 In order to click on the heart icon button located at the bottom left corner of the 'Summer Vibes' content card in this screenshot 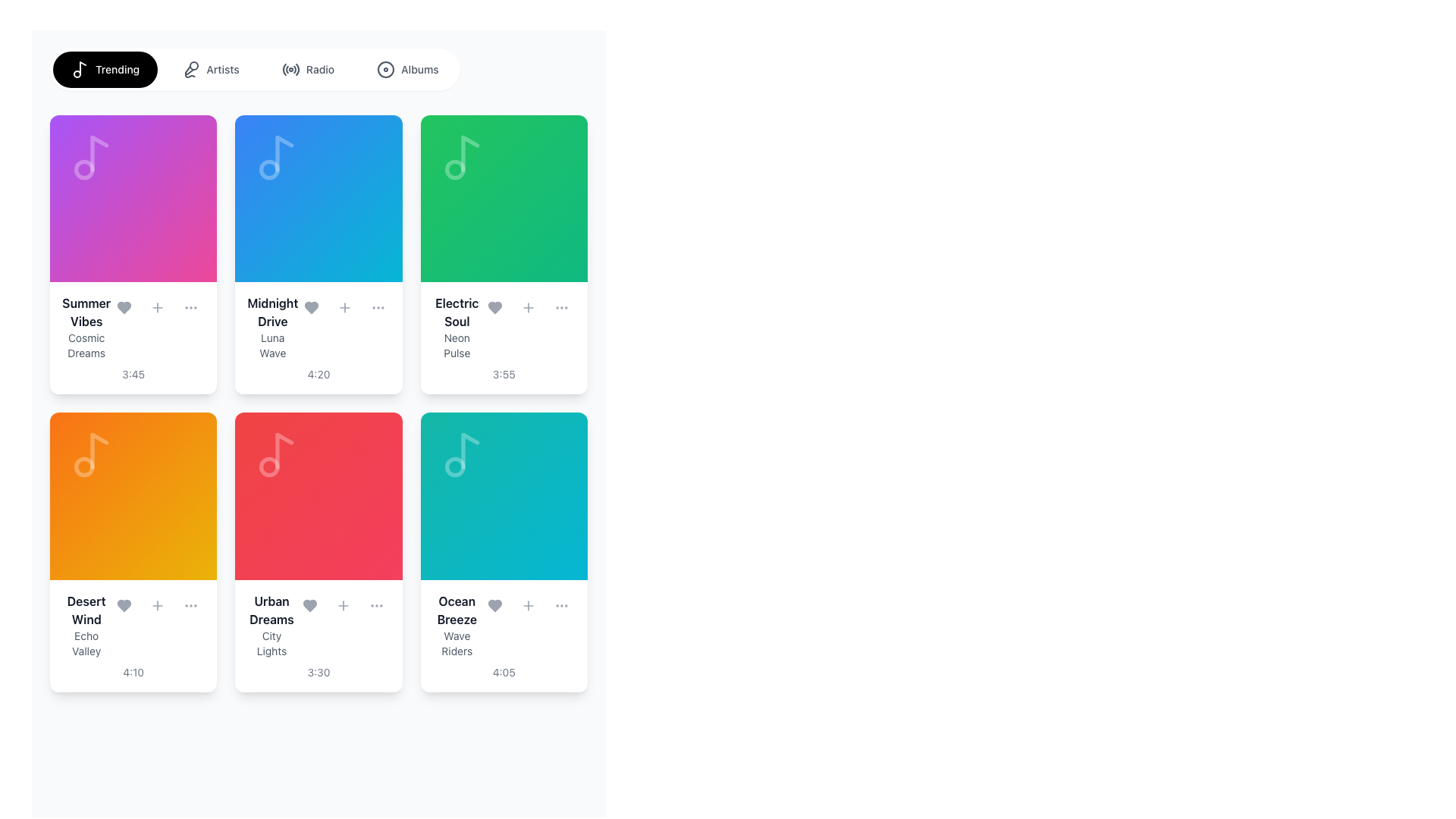, I will do `click(124, 307)`.